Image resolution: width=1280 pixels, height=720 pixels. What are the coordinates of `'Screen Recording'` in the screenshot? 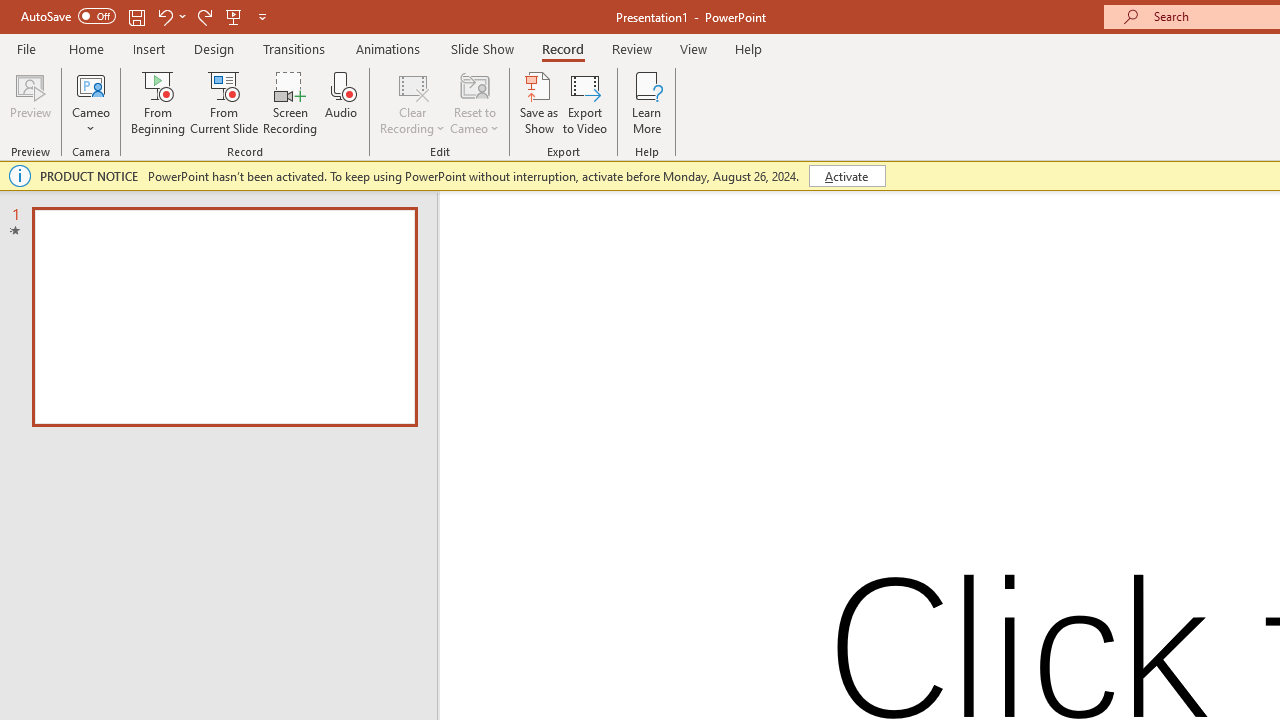 It's located at (289, 103).